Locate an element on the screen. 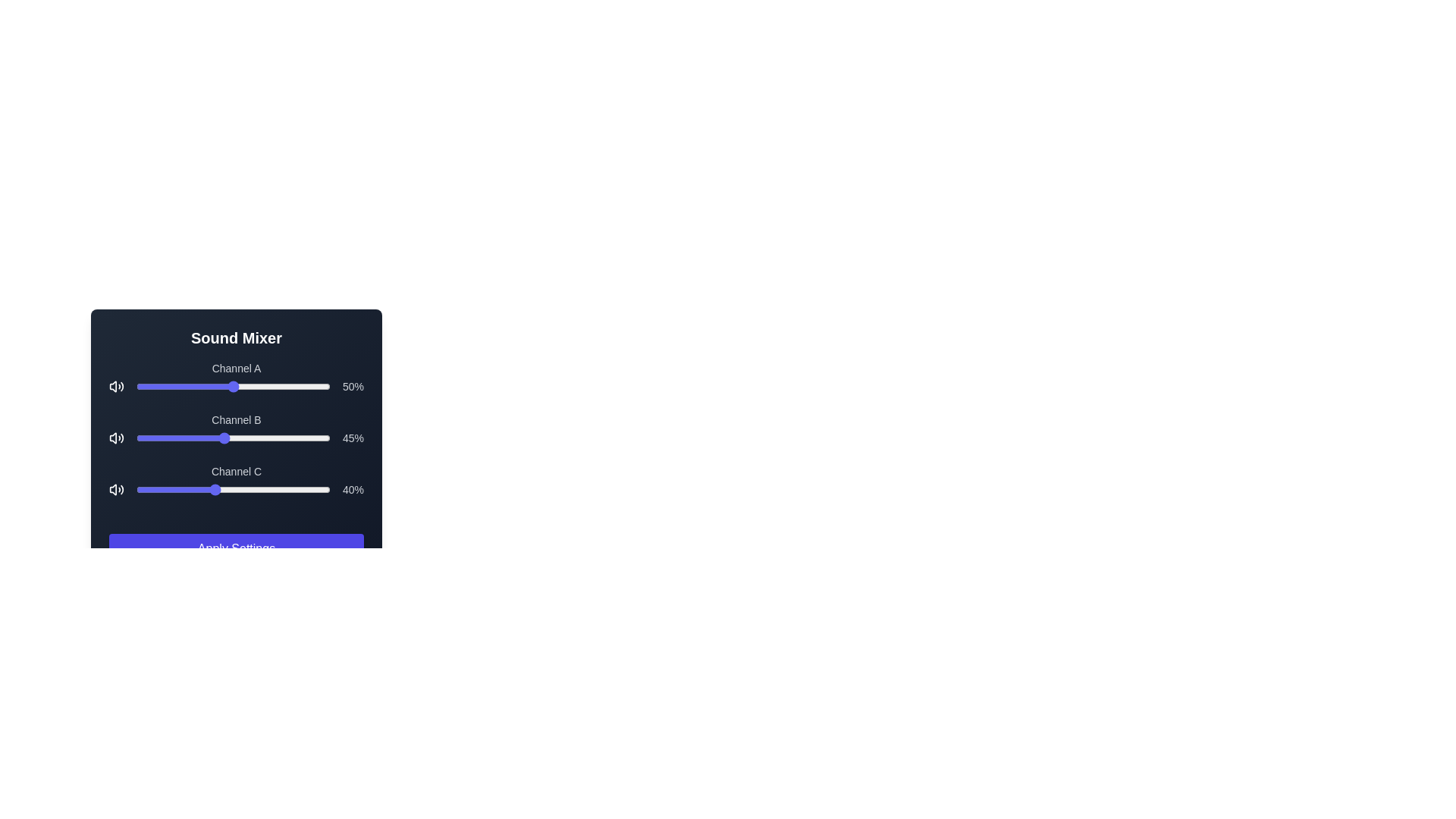 Image resolution: width=1456 pixels, height=819 pixels. the mute/unmute graphical icon for Channel A located in the top-left part of the Sound Mixer interface is located at coordinates (112, 385).